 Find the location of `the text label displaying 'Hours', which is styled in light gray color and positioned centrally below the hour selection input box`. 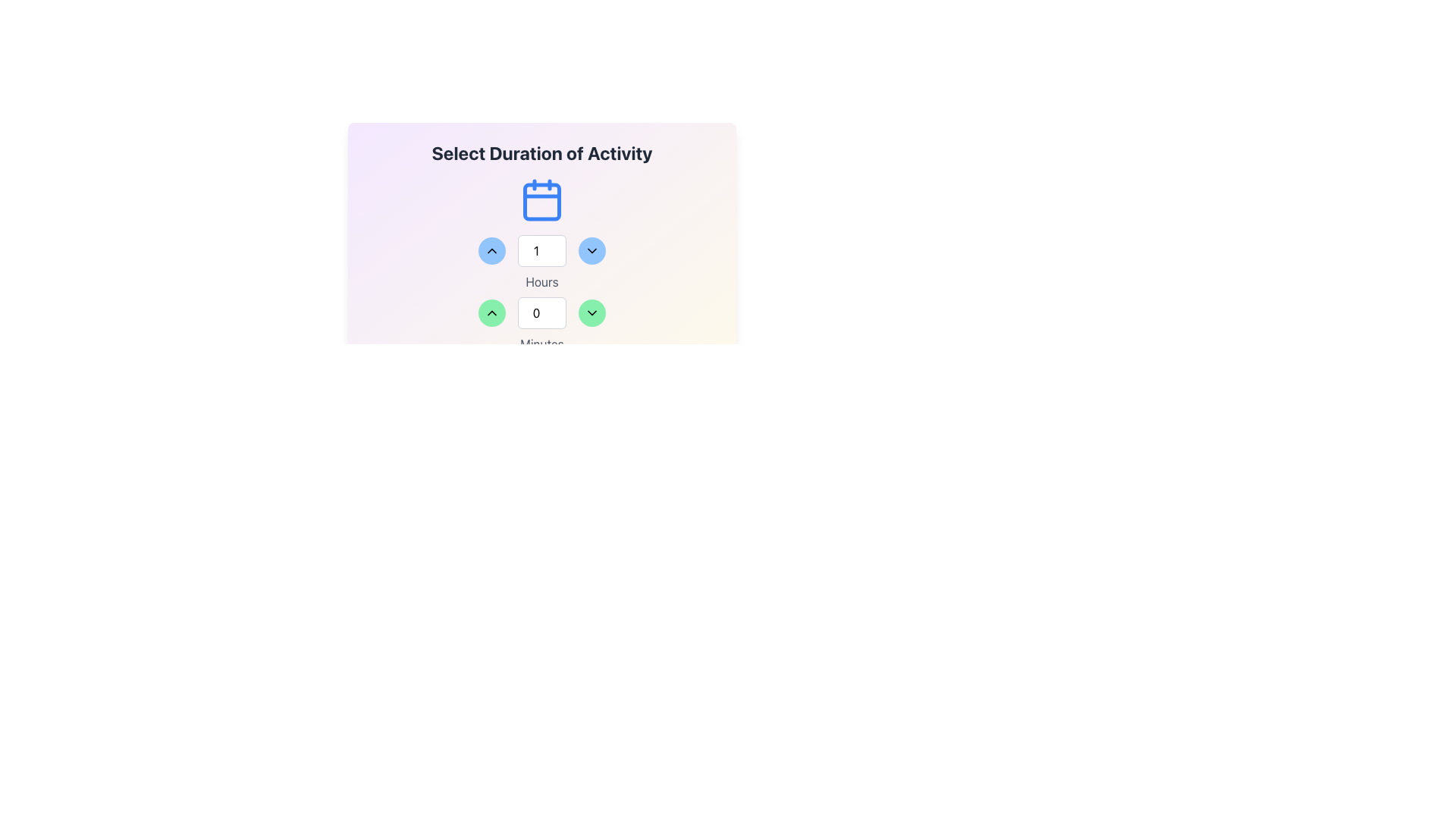

the text label displaying 'Hours', which is styled in light gray color and positioned centrally below the hour selection input box is located at coordinates (542, 281).